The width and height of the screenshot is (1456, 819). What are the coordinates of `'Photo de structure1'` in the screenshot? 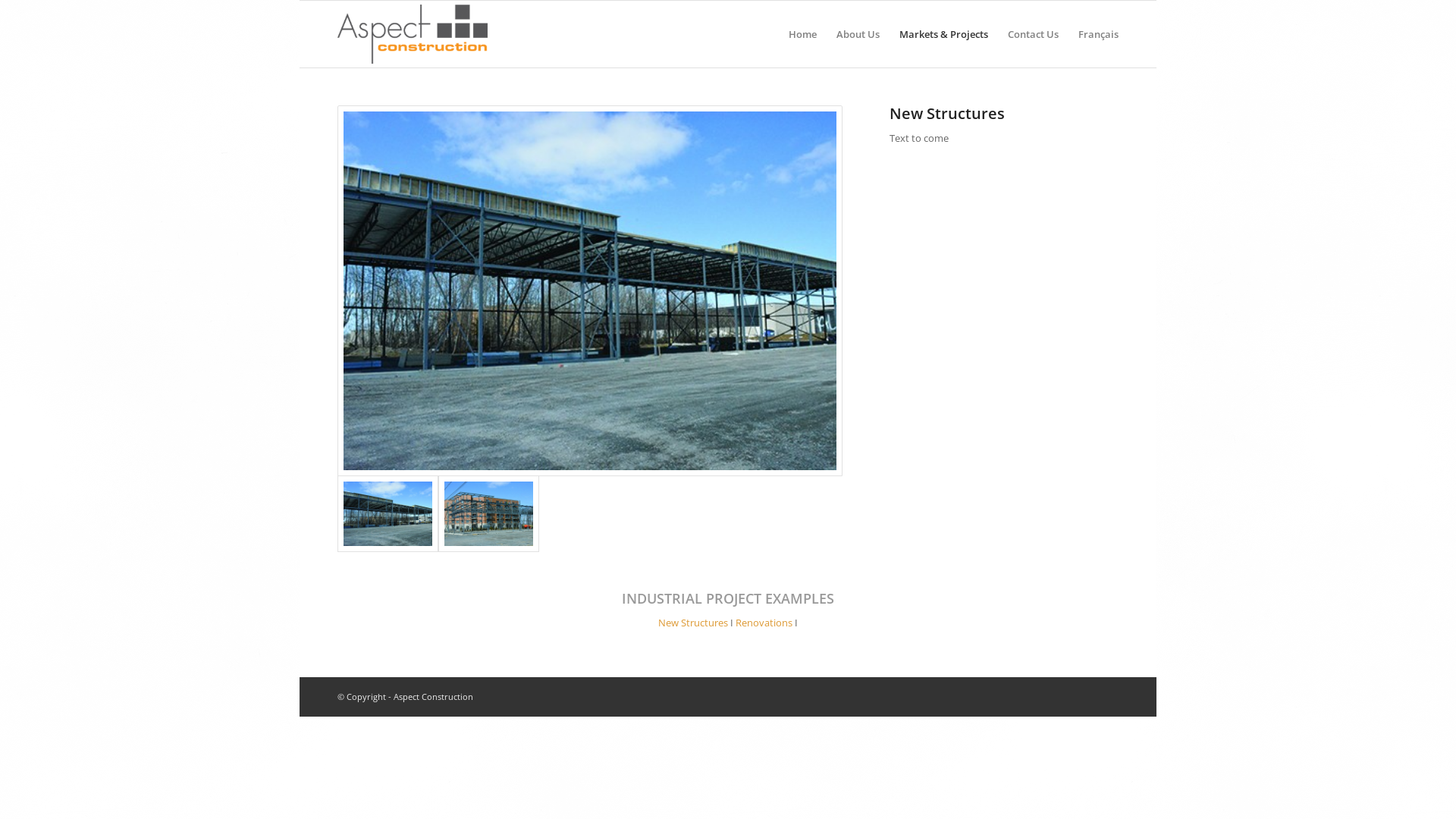 It's located at (337, 513).